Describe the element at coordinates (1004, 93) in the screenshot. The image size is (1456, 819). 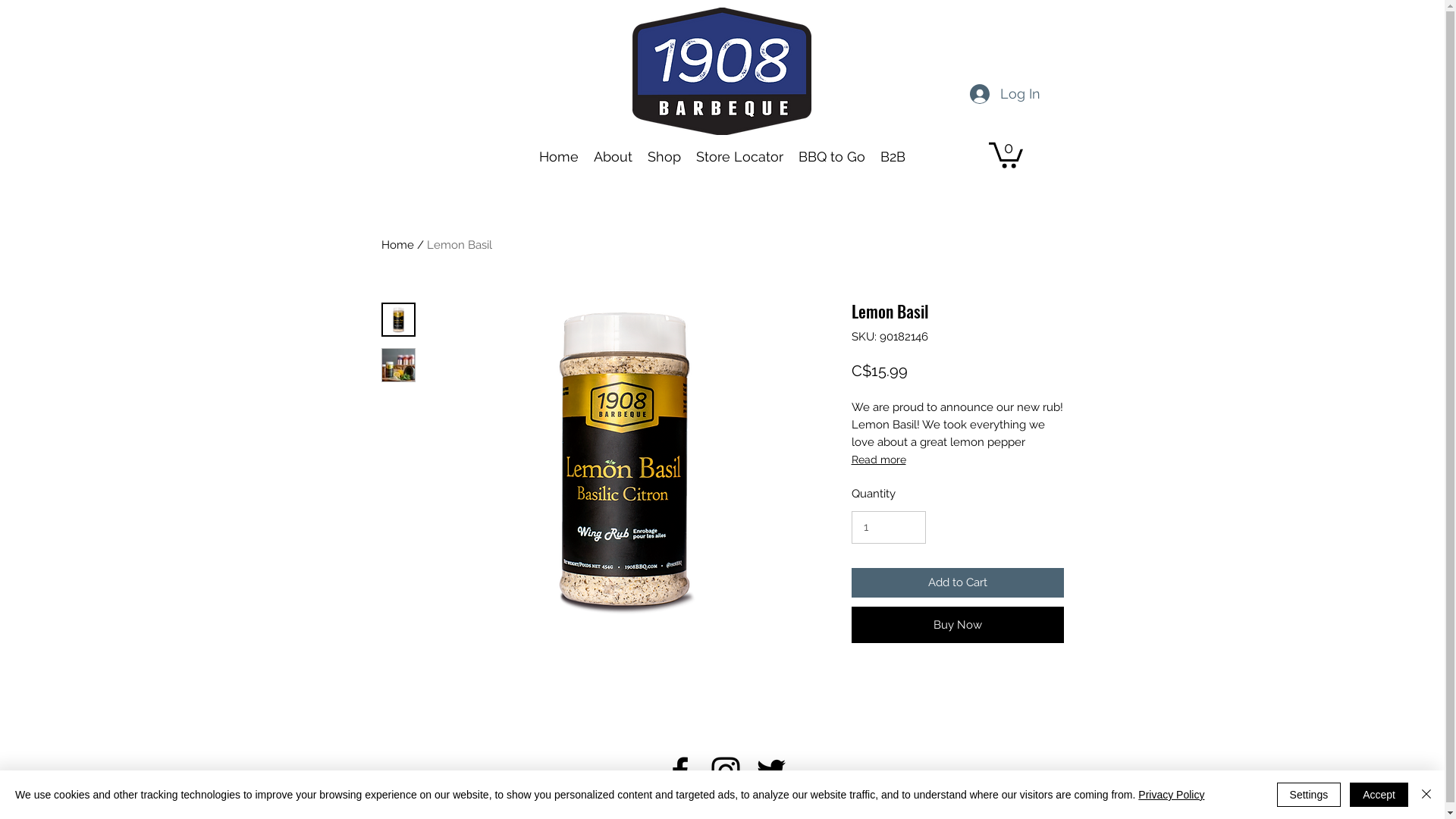
I see `'Log In'` at that location.